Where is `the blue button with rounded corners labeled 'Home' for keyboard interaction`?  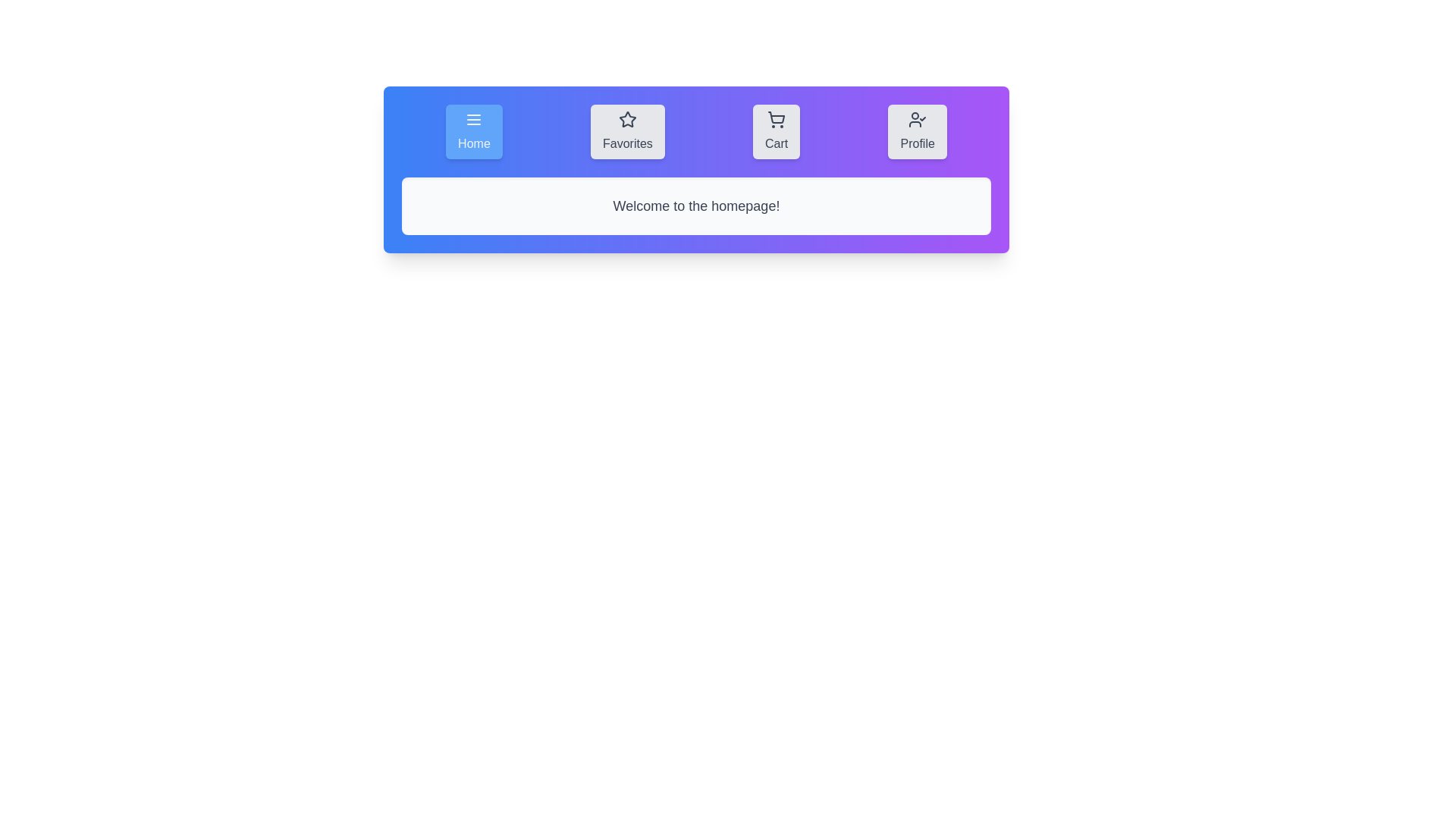
the blue button with rounded corners labeled 'Home' for keyboard interaction is located at coordinates (473, 130).